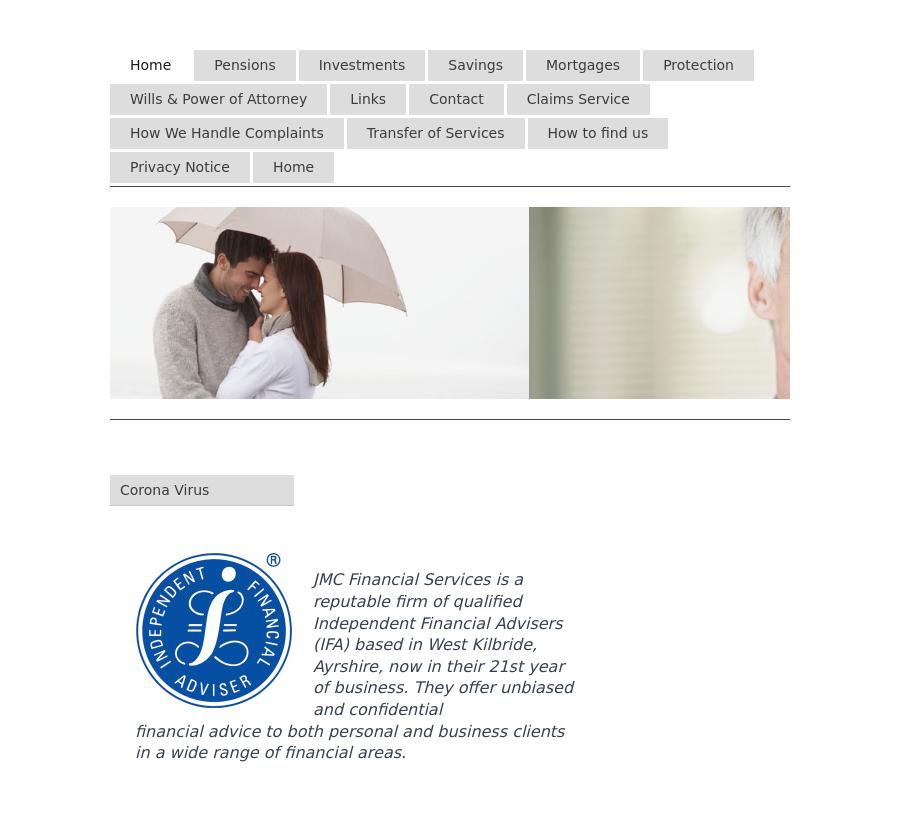 This screenshot has height=823, width=900. Describe the element at coordinates (455, 97) in the screenshot. I see `'Contact'` at that location.